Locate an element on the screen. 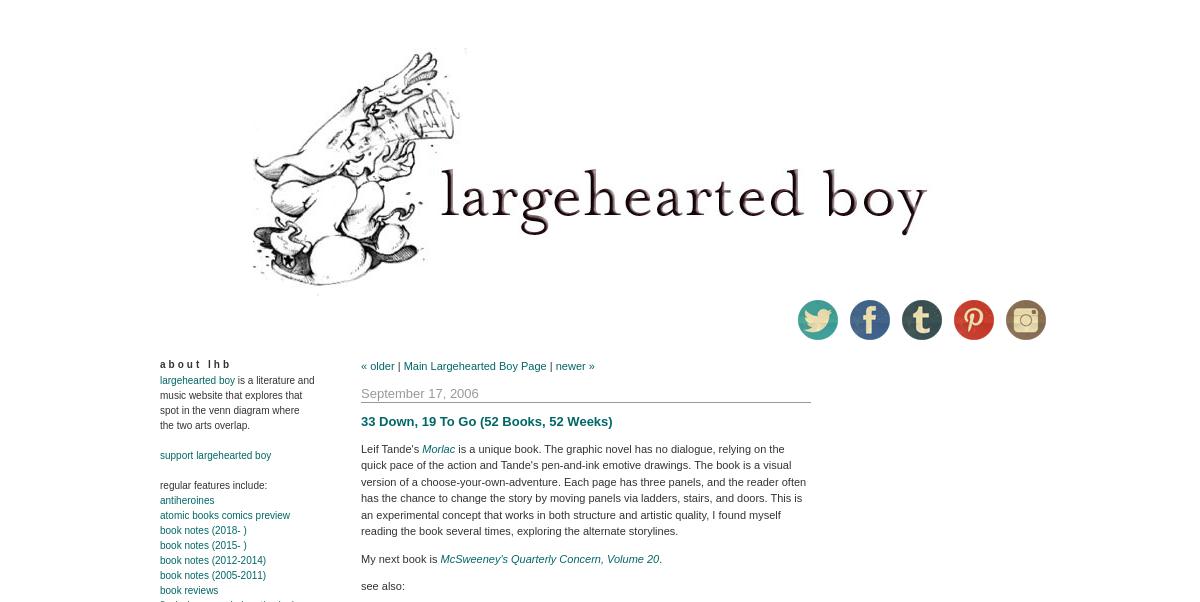  'Atomic Books Comics Preview' is located at coordinates (224, 514).